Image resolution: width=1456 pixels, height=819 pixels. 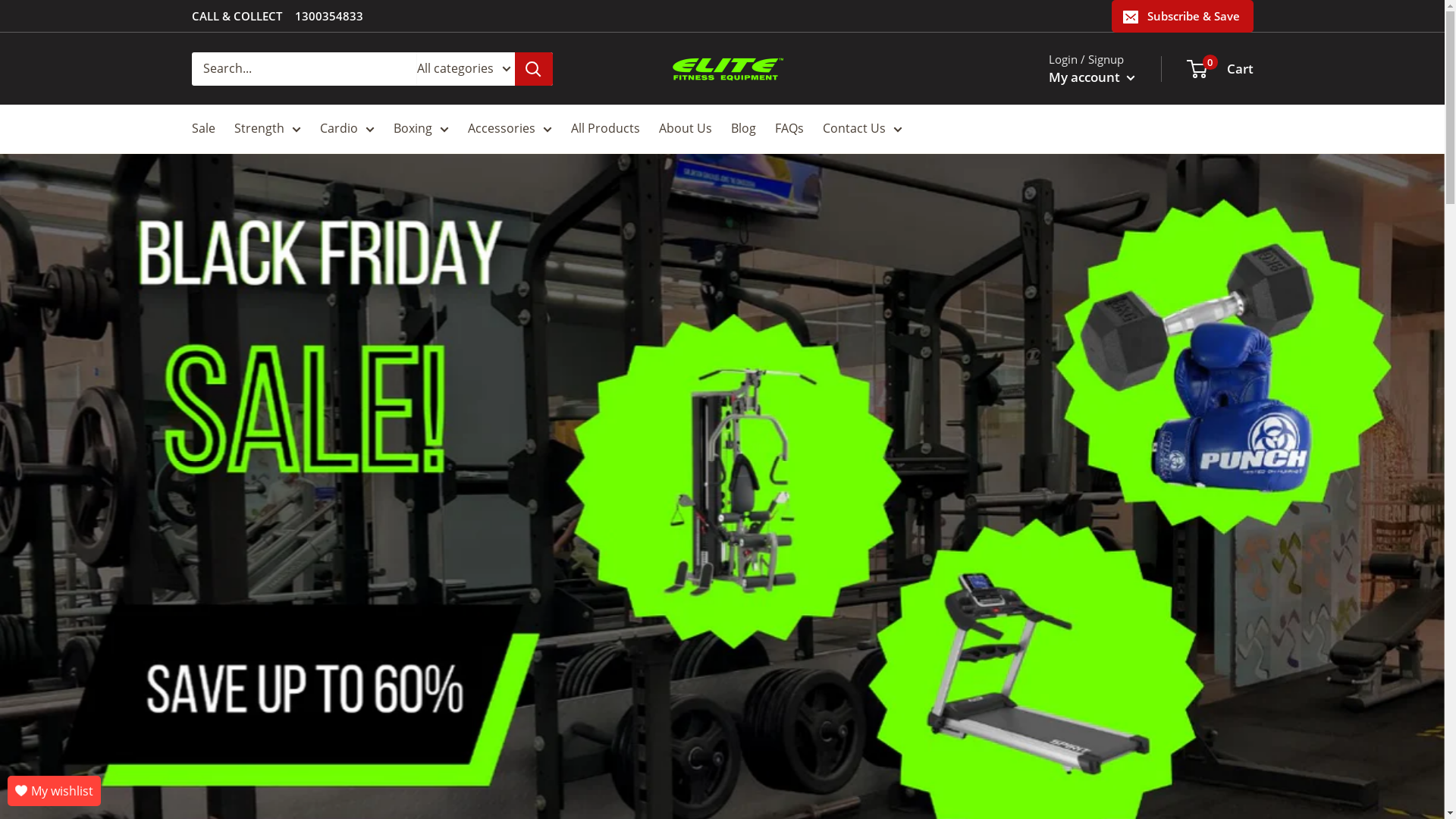 I want to click on 'Strength', so click(x=266, y=127).